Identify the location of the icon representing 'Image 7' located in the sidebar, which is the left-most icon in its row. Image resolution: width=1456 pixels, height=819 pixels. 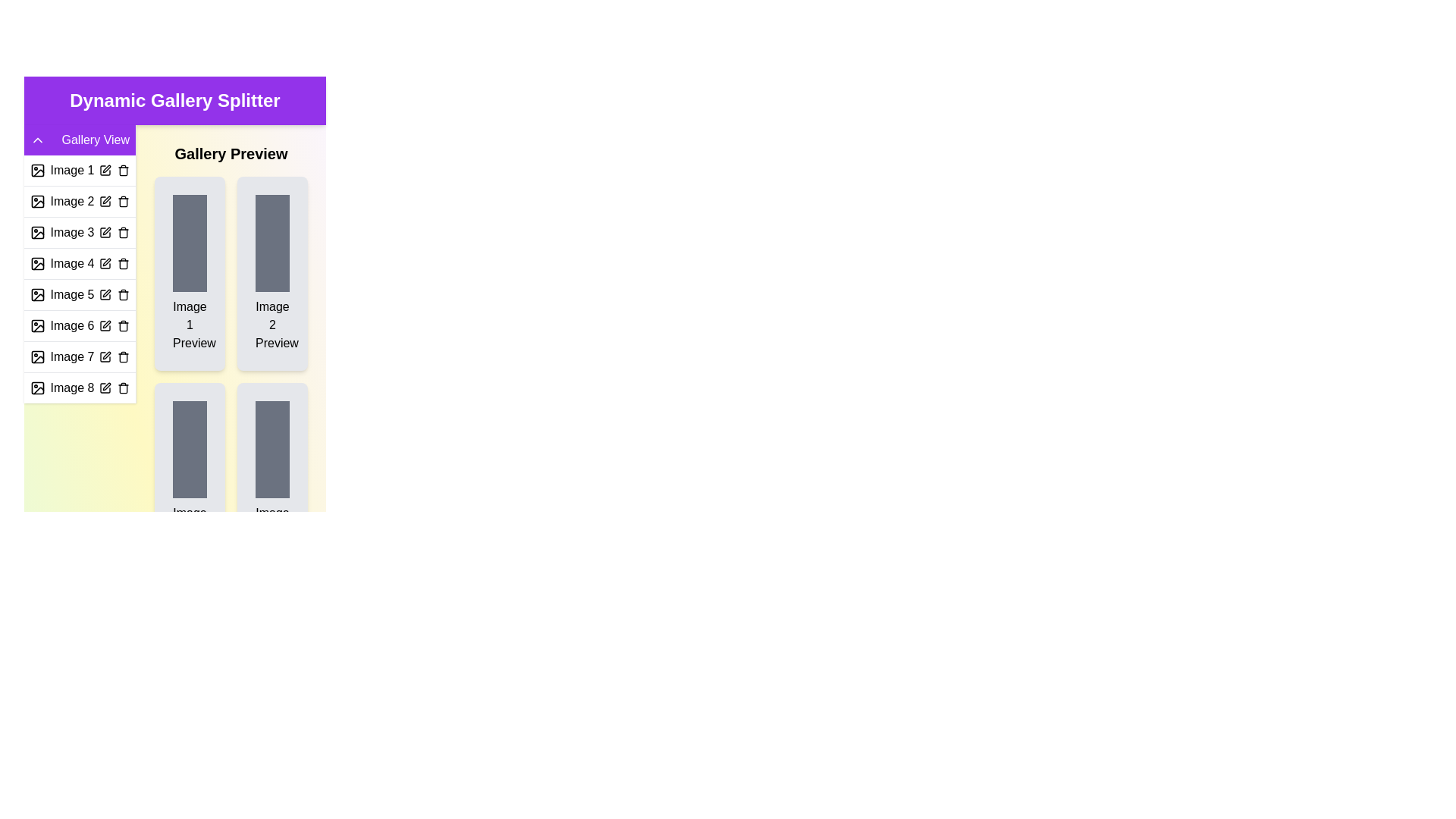
(37, 356).